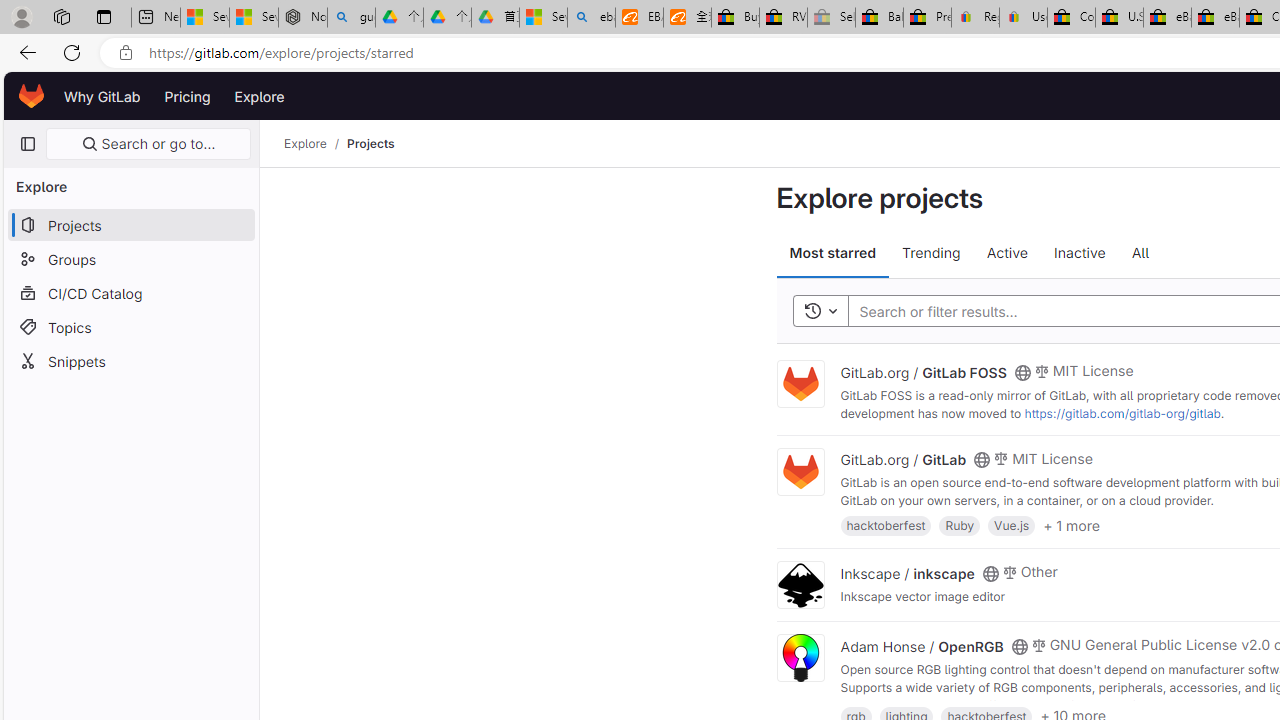 Image resolution: width=1280 pixels, height=720 pixels. Describe the element at coordinates (130, 258) in the screenshot. I see `'Groups'` at that location.